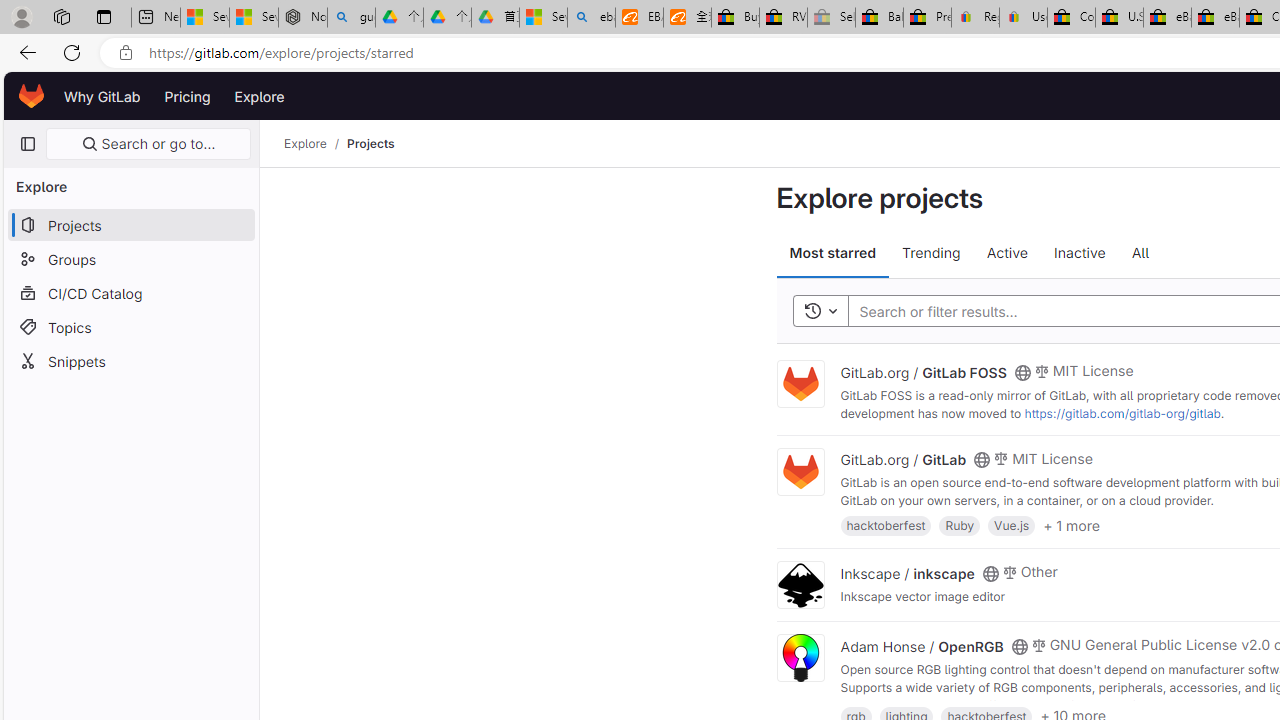 Image resolution: width=1280 pixels, height=720 pixels. Describe the element at coordinates (130, 258) in the screenshot. I see `'Groups'` at that location.